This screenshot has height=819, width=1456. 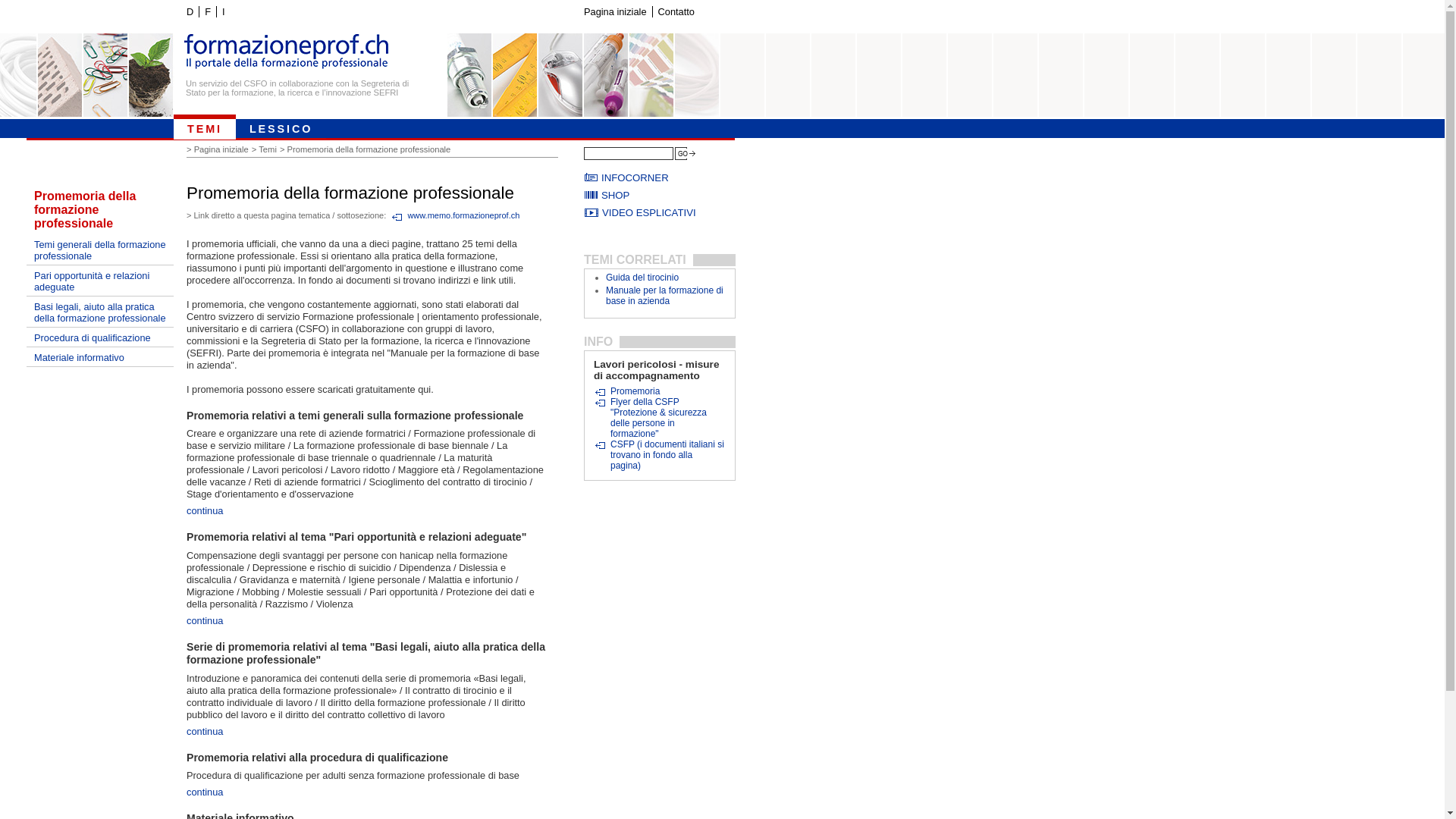 I want to click on 'Promemoria', so click(x=626, y=391).